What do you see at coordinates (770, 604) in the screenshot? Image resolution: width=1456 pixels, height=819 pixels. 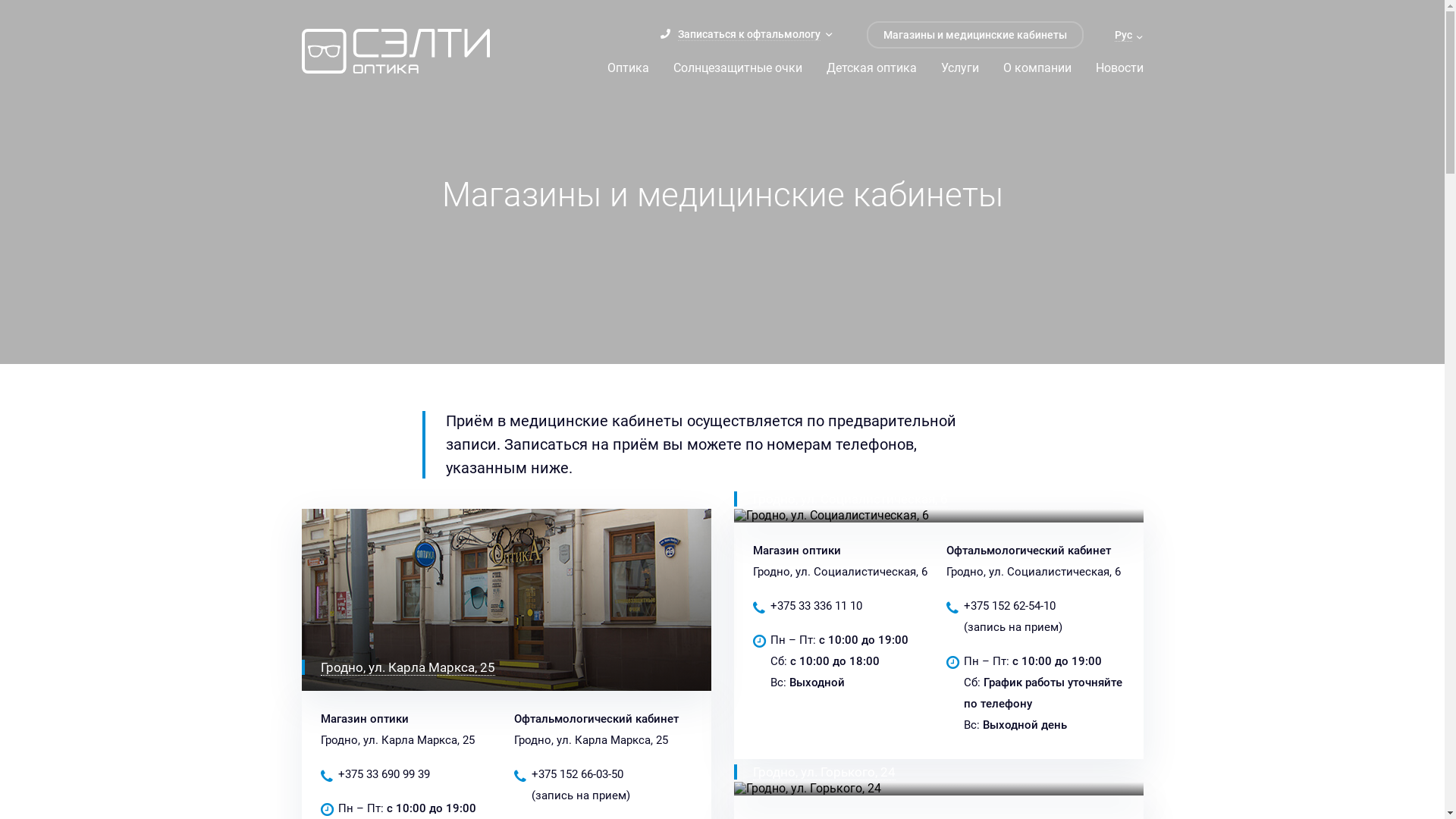 I see `'+375 33 336 11 10'` at bounding box center [770, 604].